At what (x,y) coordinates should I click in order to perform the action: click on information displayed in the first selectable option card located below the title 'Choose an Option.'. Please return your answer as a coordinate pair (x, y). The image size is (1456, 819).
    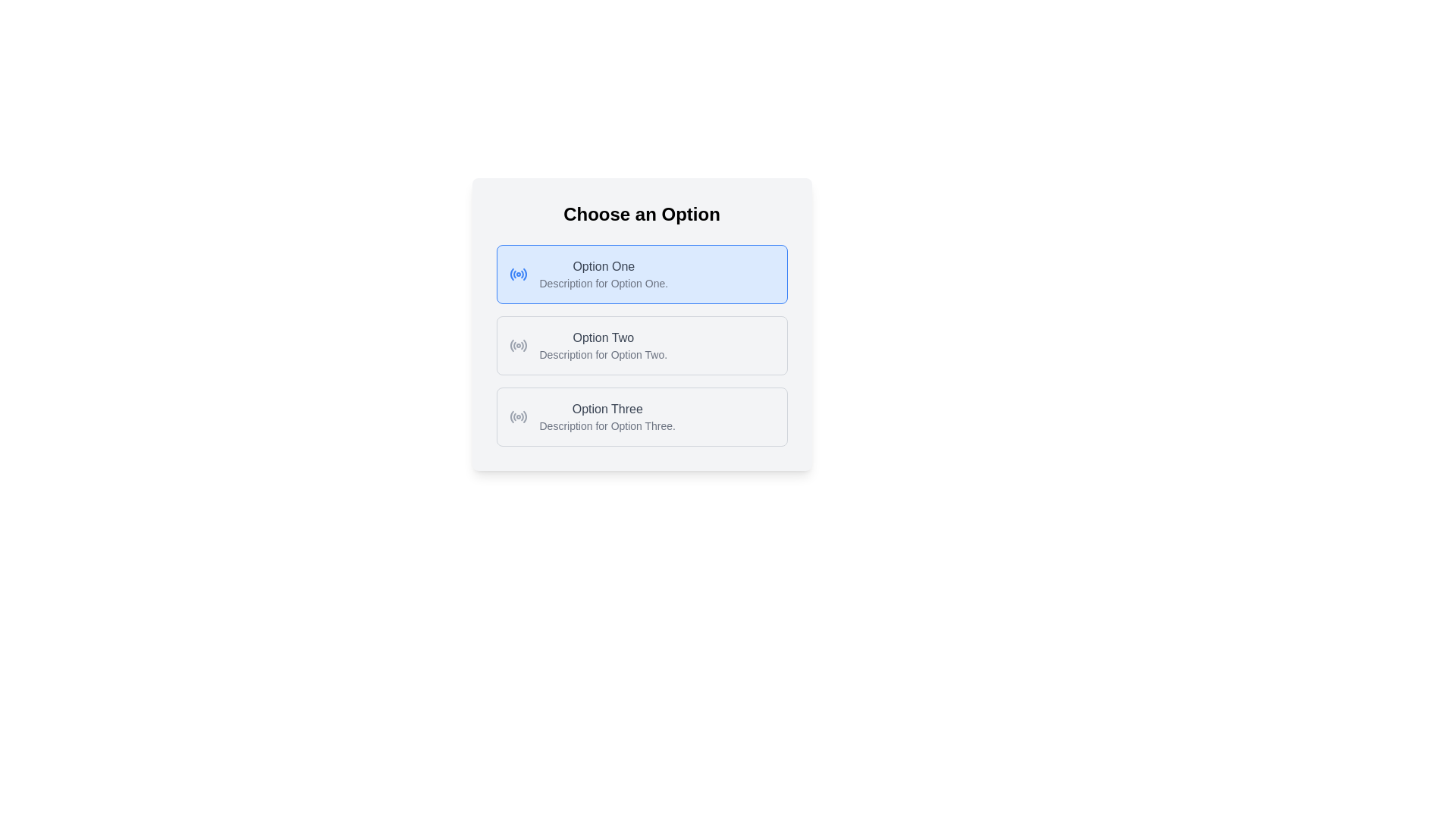
    Looking at the image, I should click on (603, 275).